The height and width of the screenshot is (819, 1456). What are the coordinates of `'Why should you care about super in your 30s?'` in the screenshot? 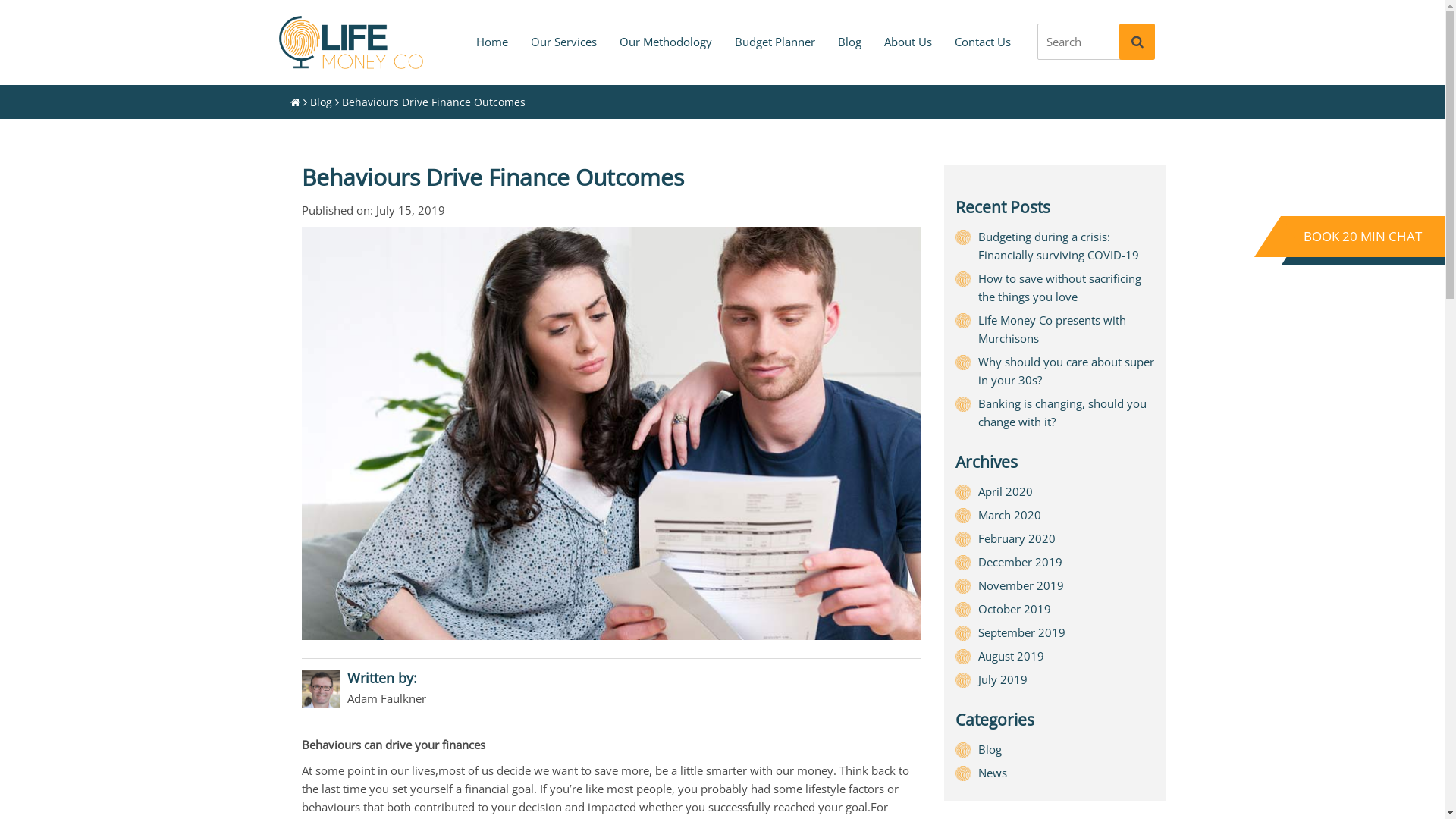 It's located at (1065, 371).